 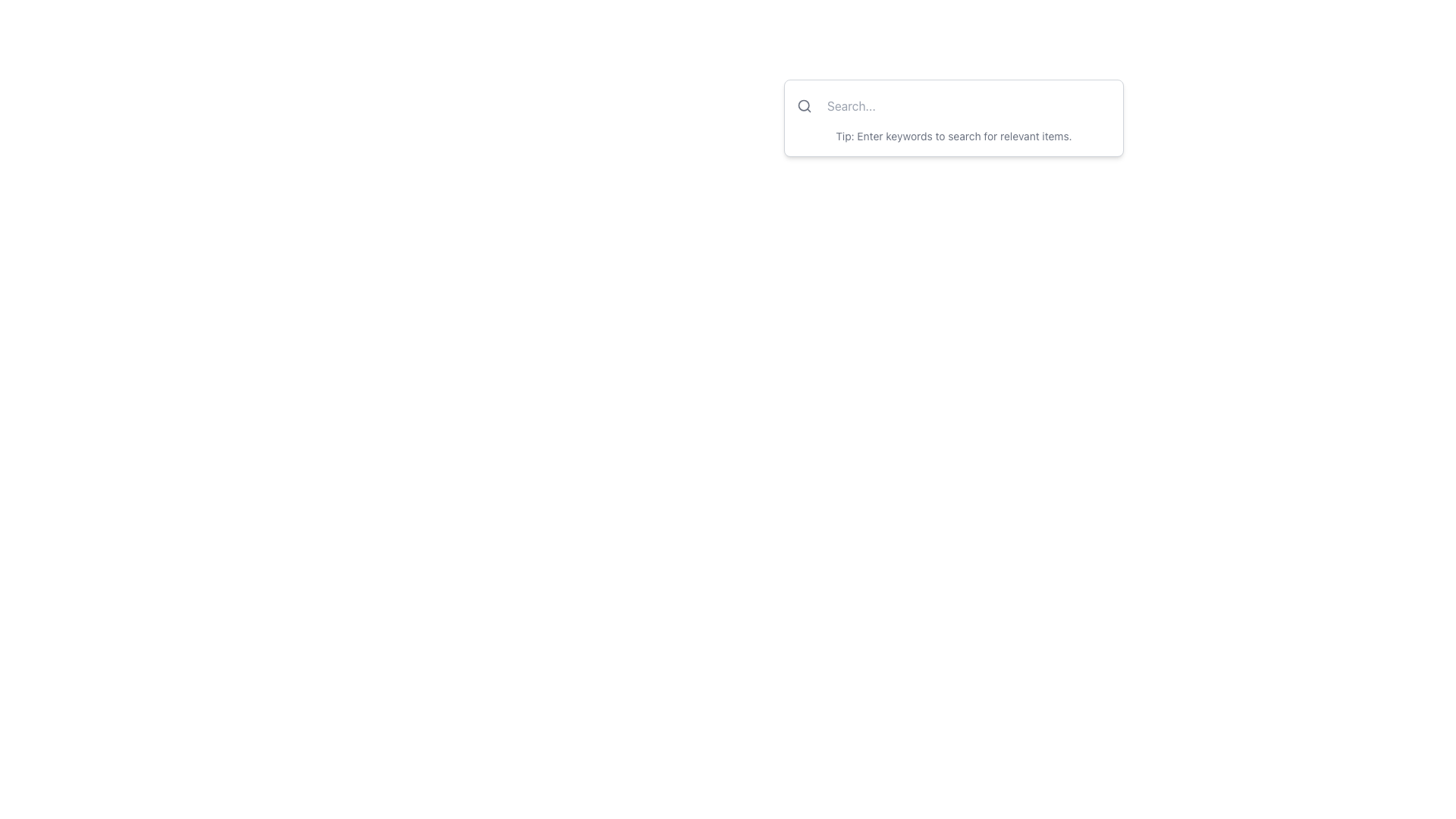 I want to click on the gray minimalist magnifying glass icon, so click(x=803, y=105).